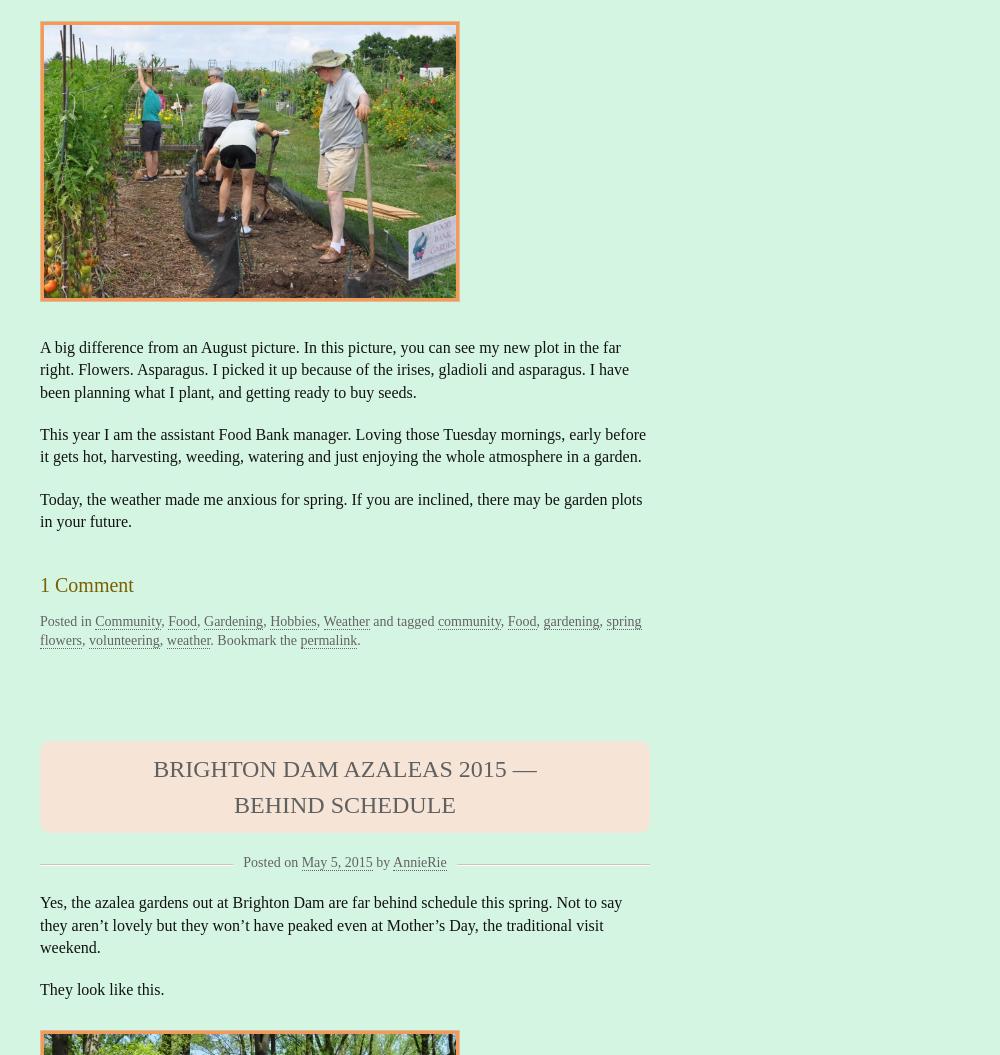 The height and width of the screenshot is (1055, 1000). What do you see at coordinates (128, 620) in the screenshot?
I see `'Community'` at bounding box center [128, 620].